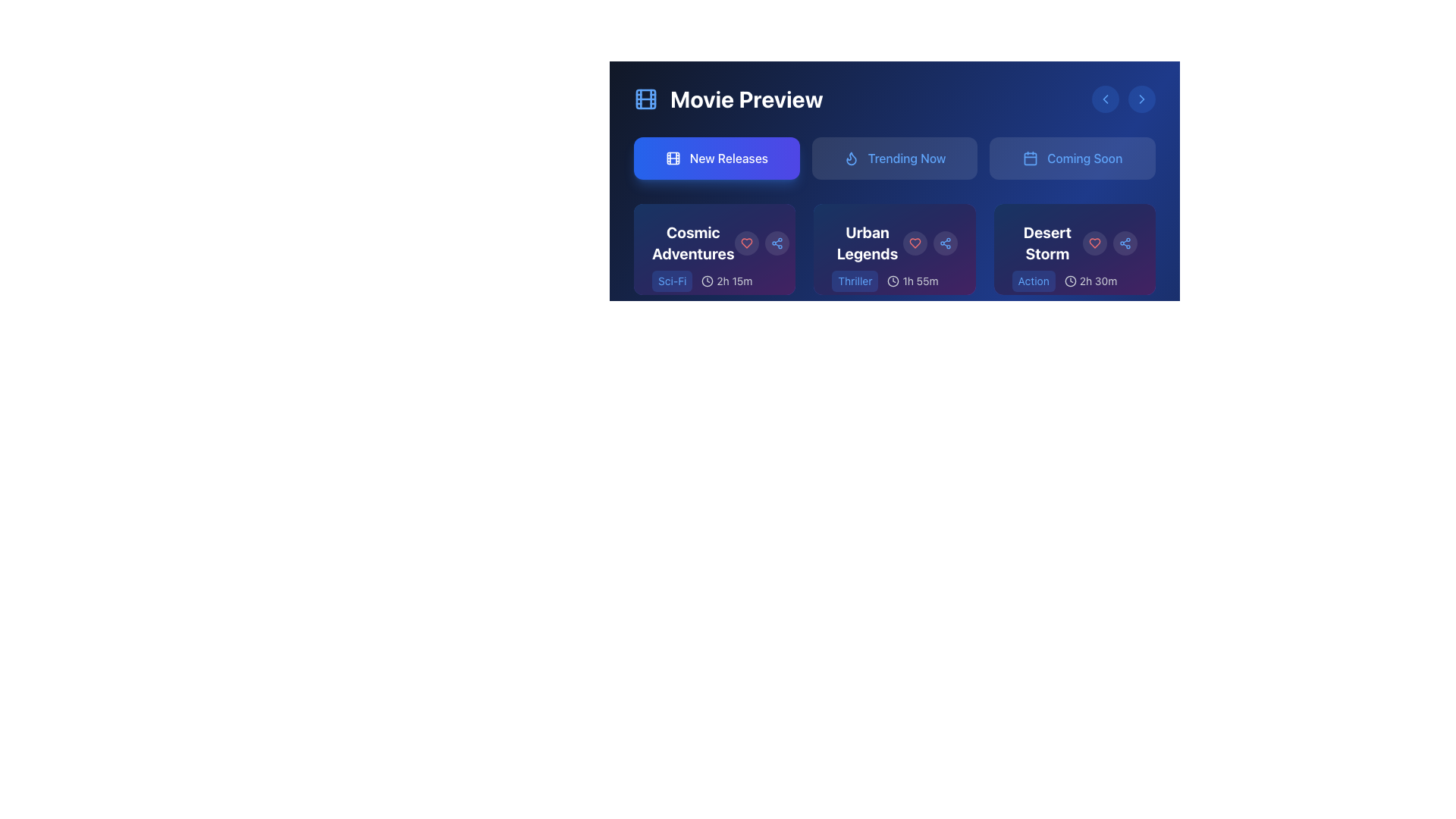 Image resolution: width=1456 pixels, height=819 pixels. What do you see at coordinates (671, 281) in the screenshot?
I see `the genre label for the movie 'Cosmic Adventures' to filter or view similar genres, located between the title and duration in the first movie card` at bounding box center [671, 281].